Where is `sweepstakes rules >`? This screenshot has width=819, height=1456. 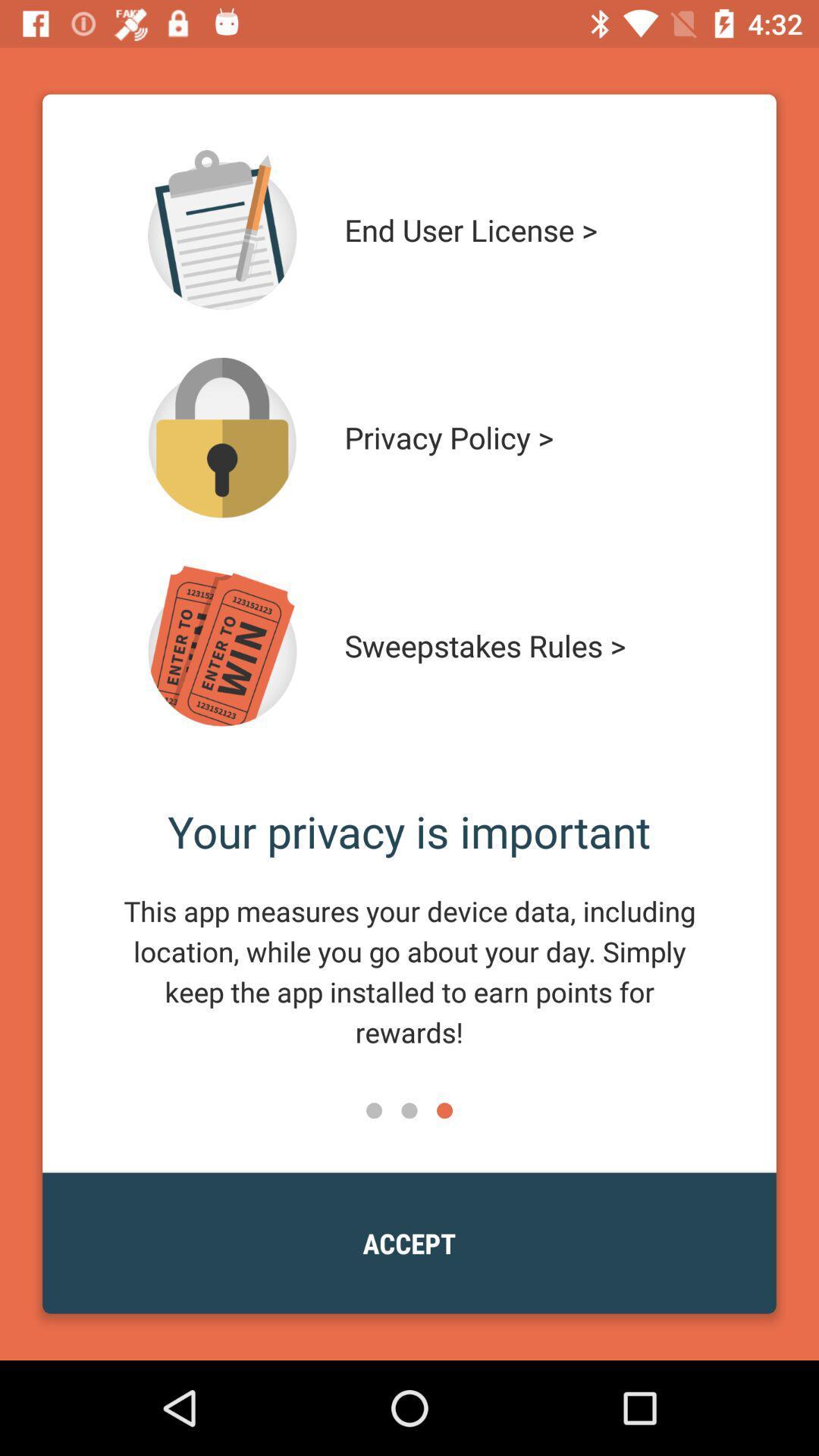
sweepstakes rules > is located at coordinates (513, 645).